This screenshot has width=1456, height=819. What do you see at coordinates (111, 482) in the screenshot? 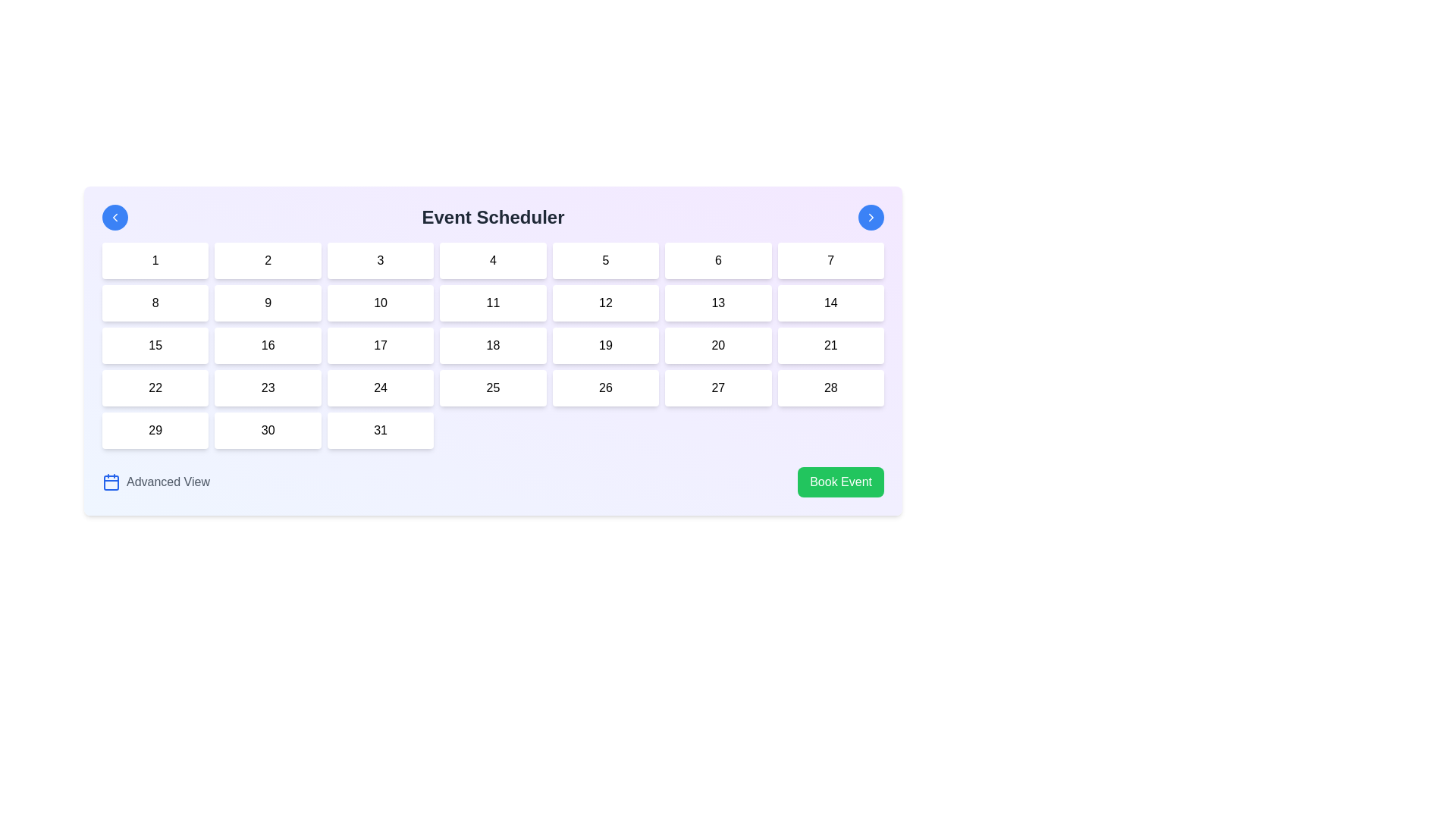
I see `the Decorative Icon Part, which is a rounded rectangle located within the calendar icon in the bottom left corner of the interface, central to the icon and associated with the 'Advanced View' label` at bounding box center [111, 482].